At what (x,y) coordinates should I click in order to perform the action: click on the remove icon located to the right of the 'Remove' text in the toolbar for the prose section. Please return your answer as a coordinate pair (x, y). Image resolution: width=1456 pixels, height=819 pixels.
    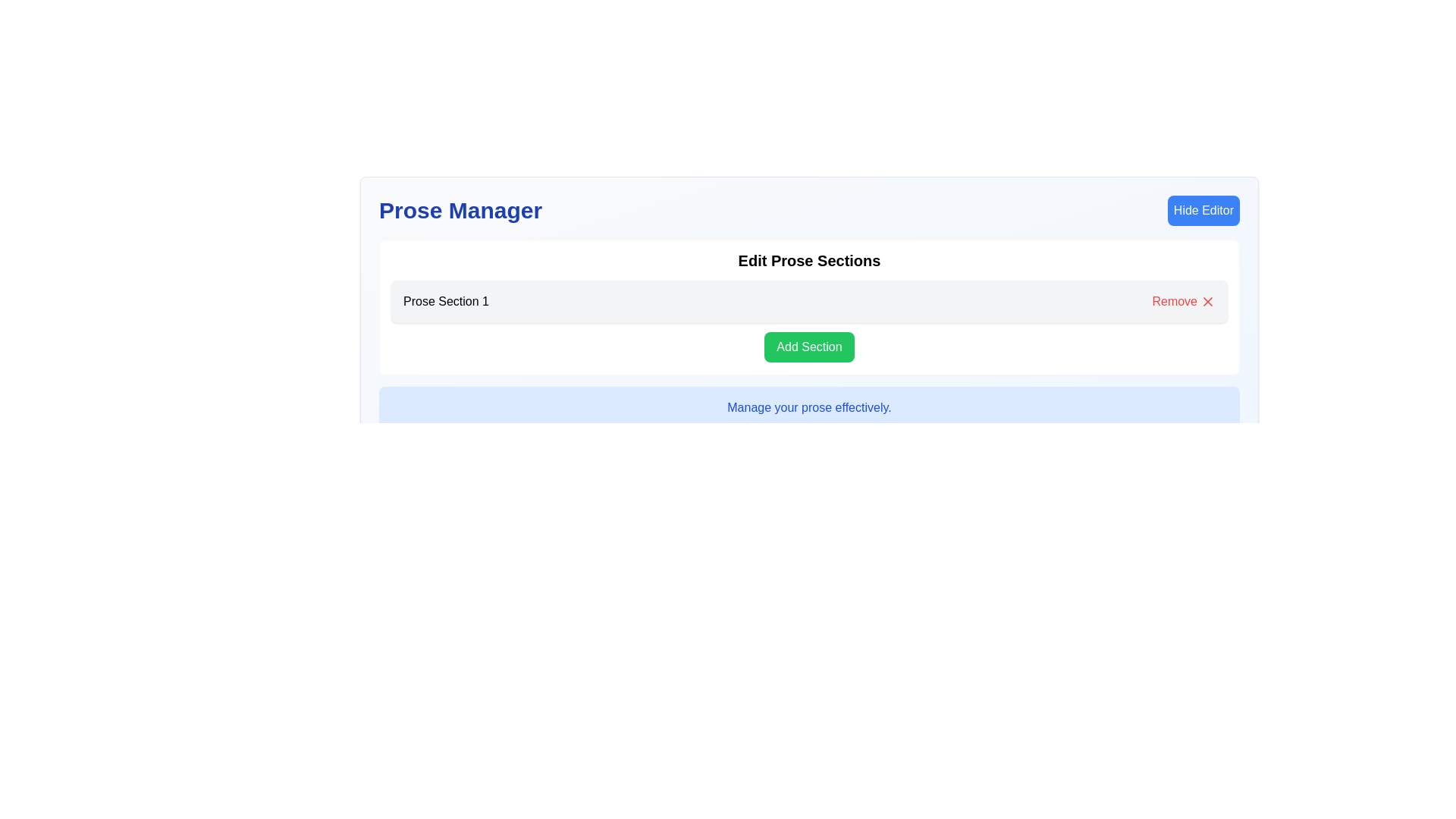
    Looking at the image, I should click on (1207, 301).